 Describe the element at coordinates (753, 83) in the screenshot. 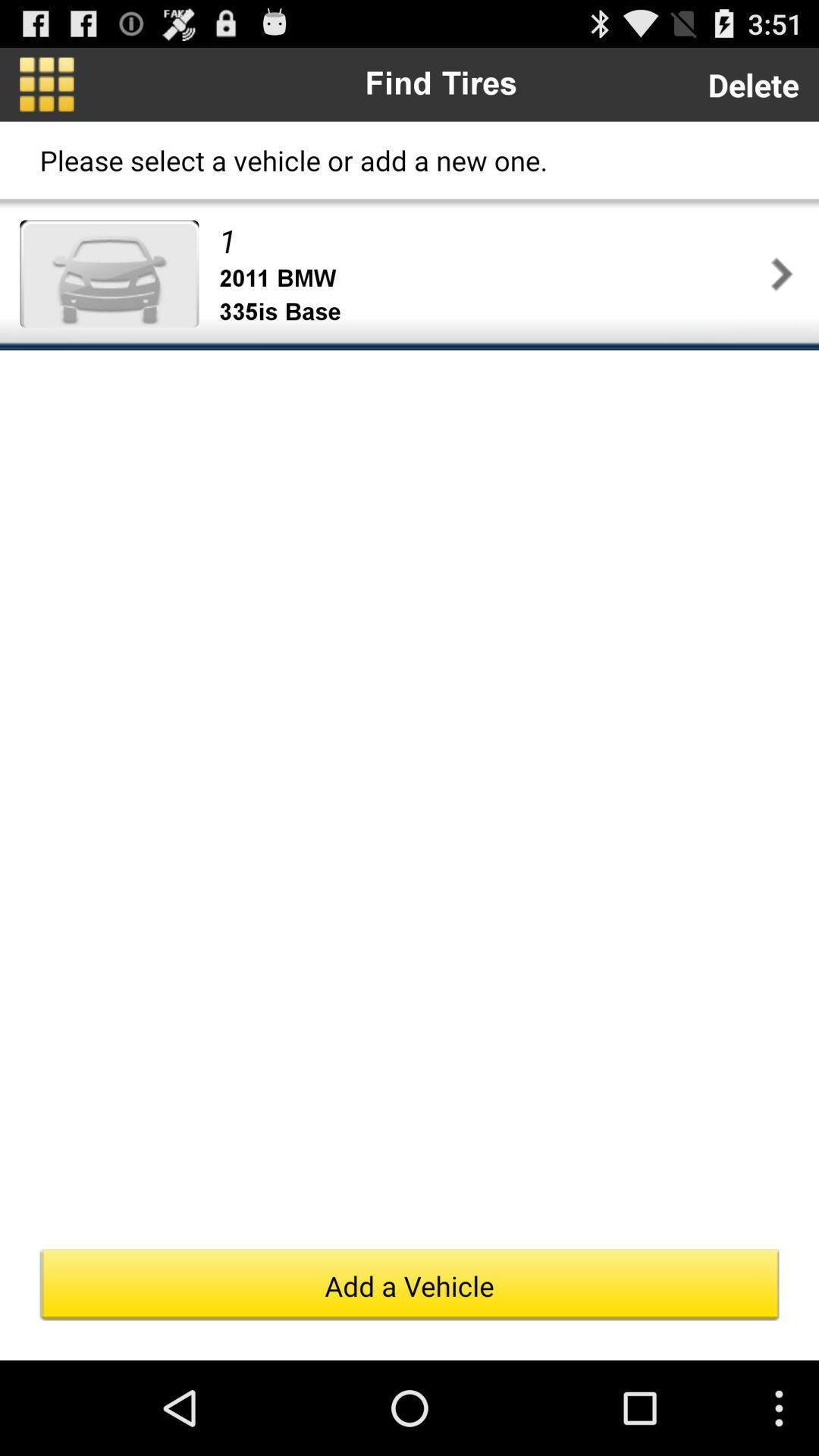

I see `the icon to the right of find tires app` at that location.